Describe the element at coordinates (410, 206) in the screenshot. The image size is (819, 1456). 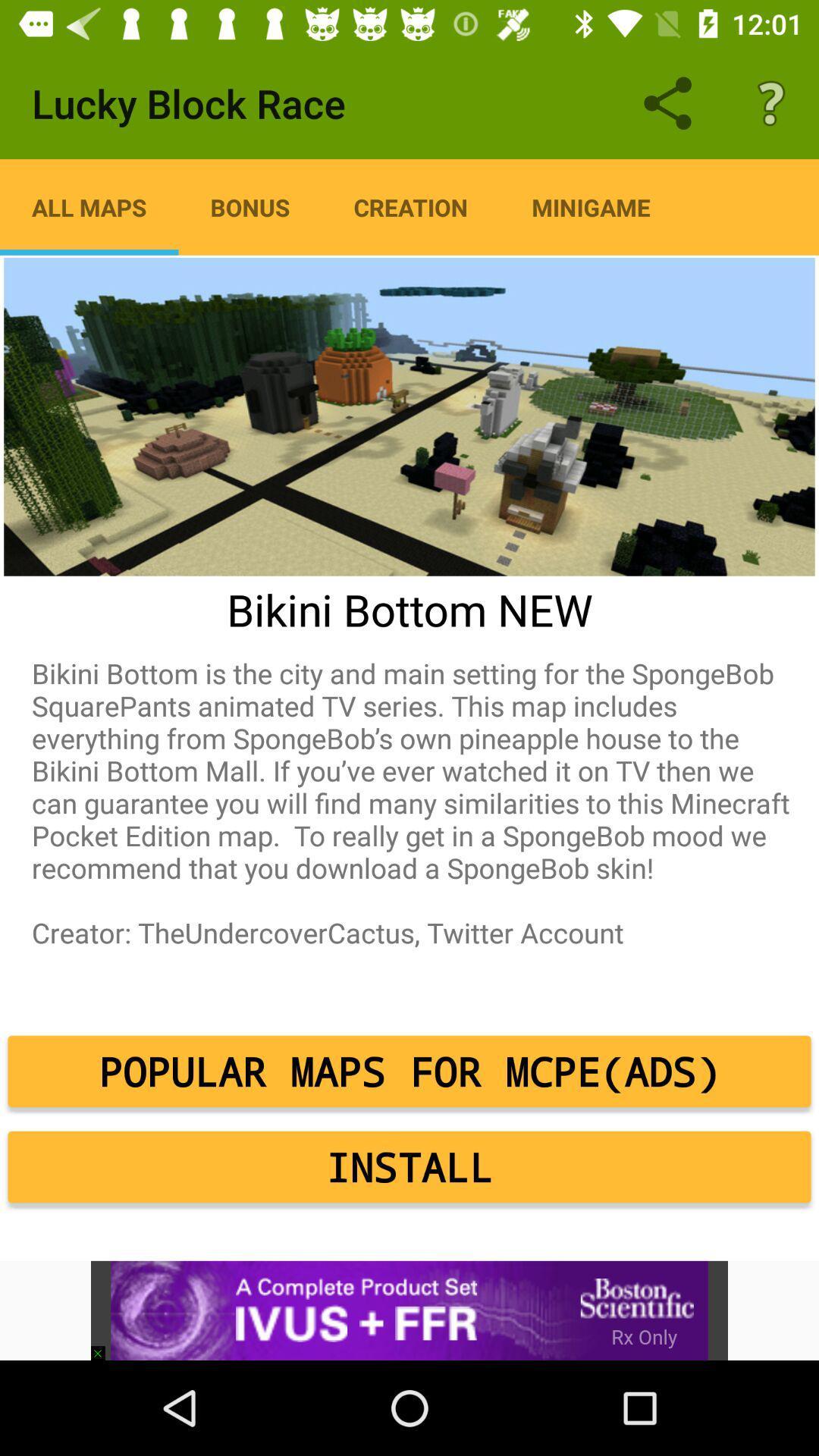
I see `item next to bonus app` at that location.